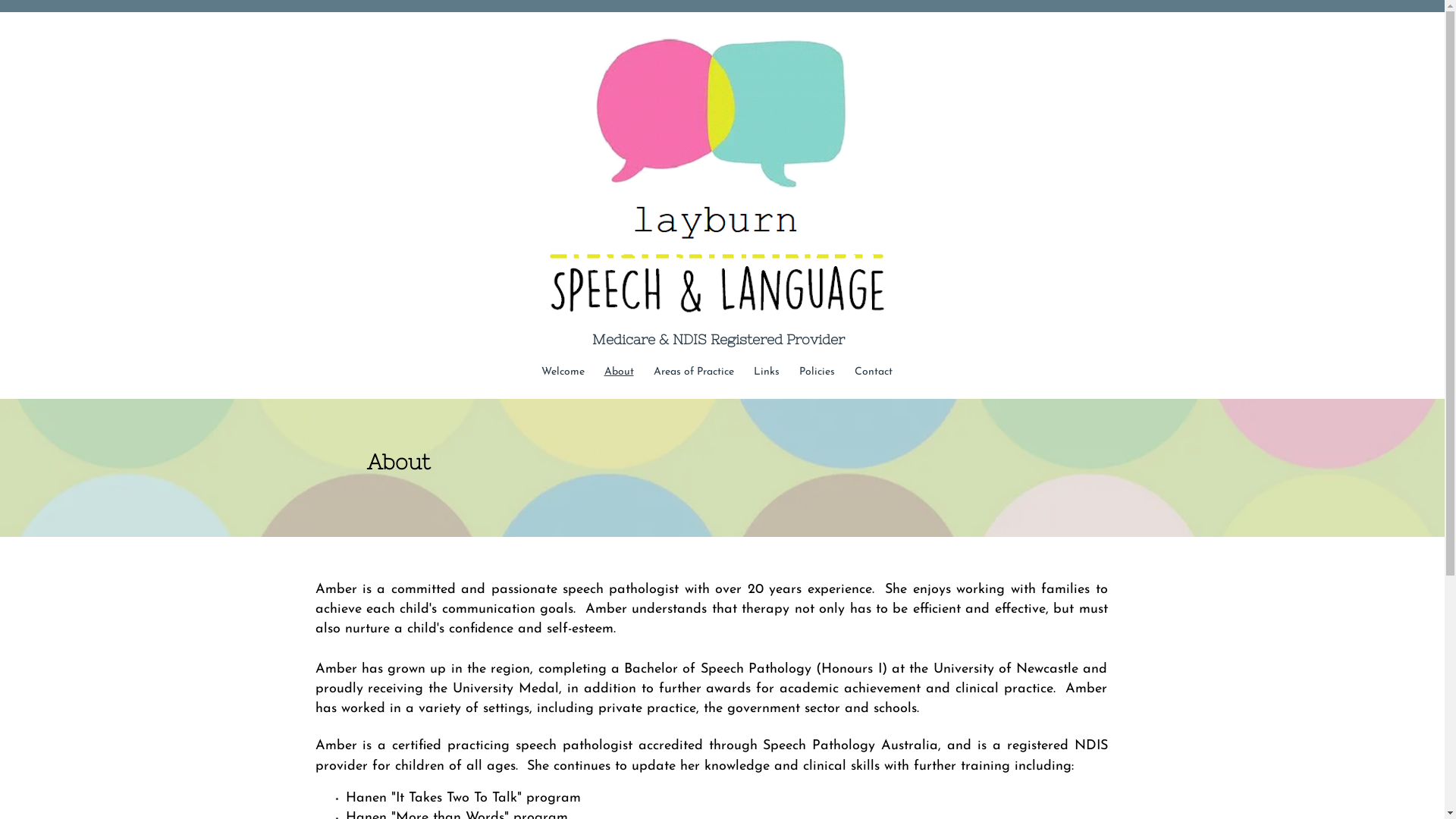 This screenshot has height=819, width=1456. I want to click on 'Links', so click(742, 372).